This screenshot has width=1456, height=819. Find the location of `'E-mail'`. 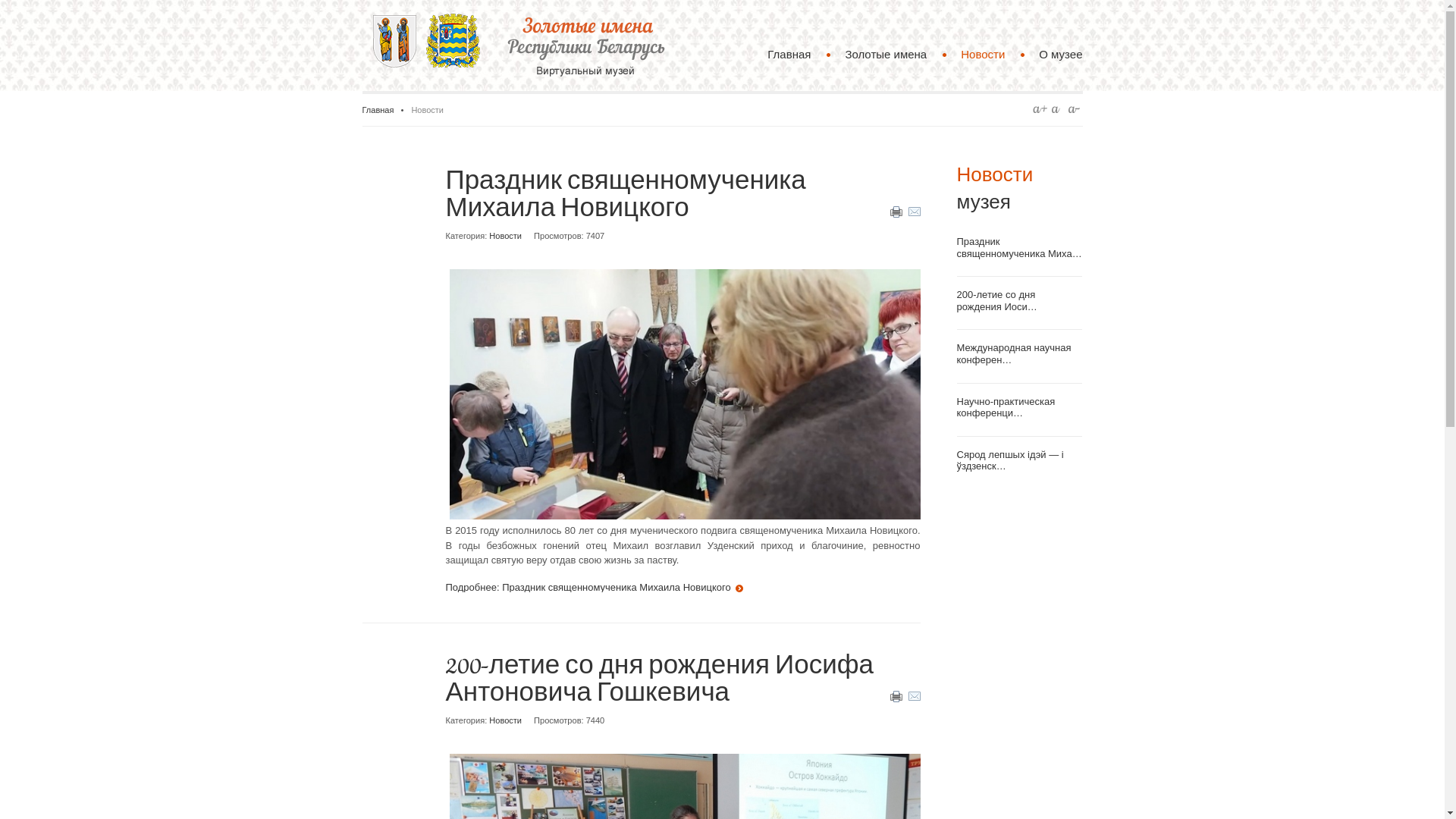

'E-mail' is located at coordinates (913, 698).